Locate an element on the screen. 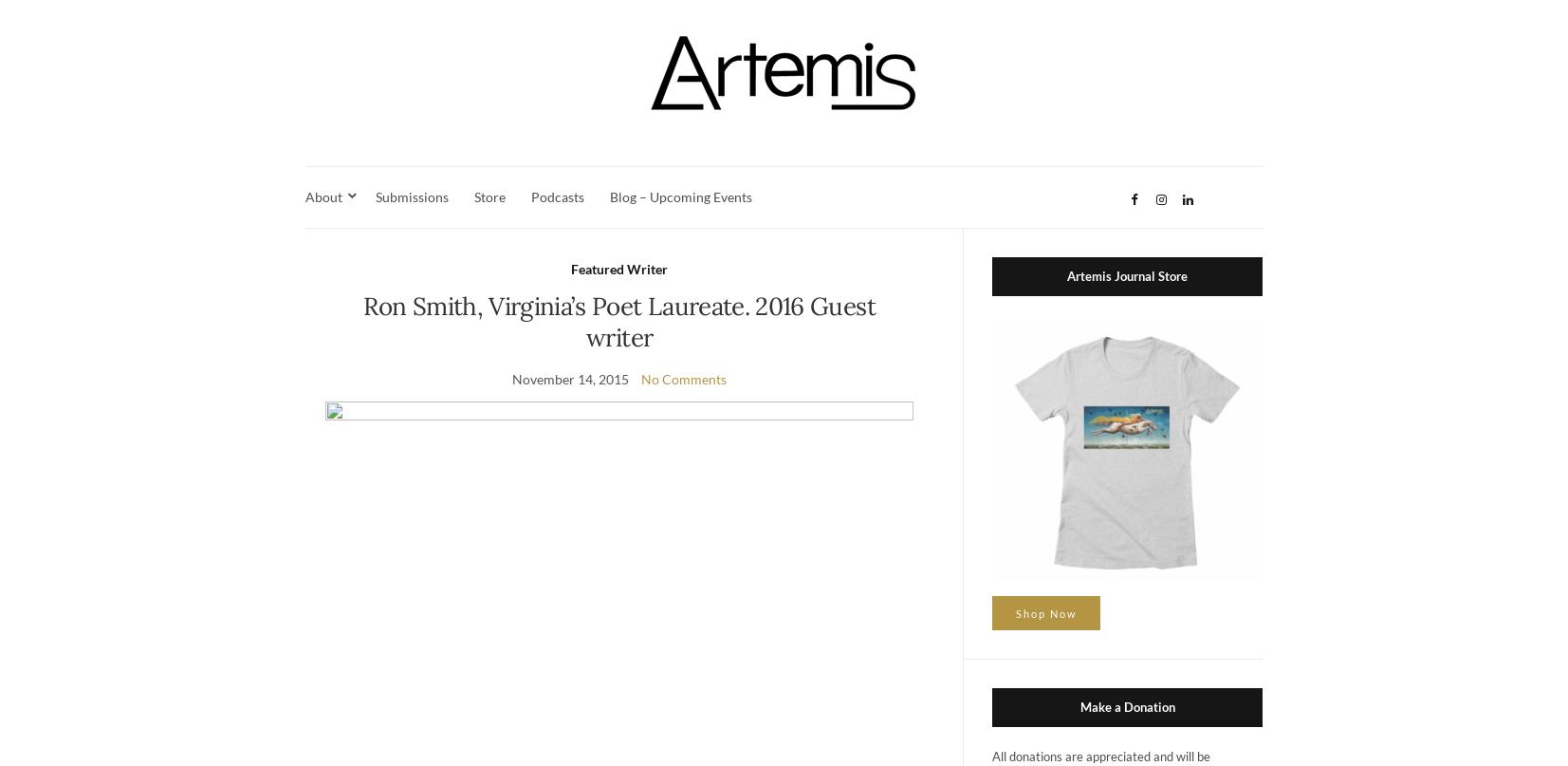 Image resolution: width=1568 pixels, height=766 pixels. 'Artemis Journal Store' is located at coordinates (1127, 274).